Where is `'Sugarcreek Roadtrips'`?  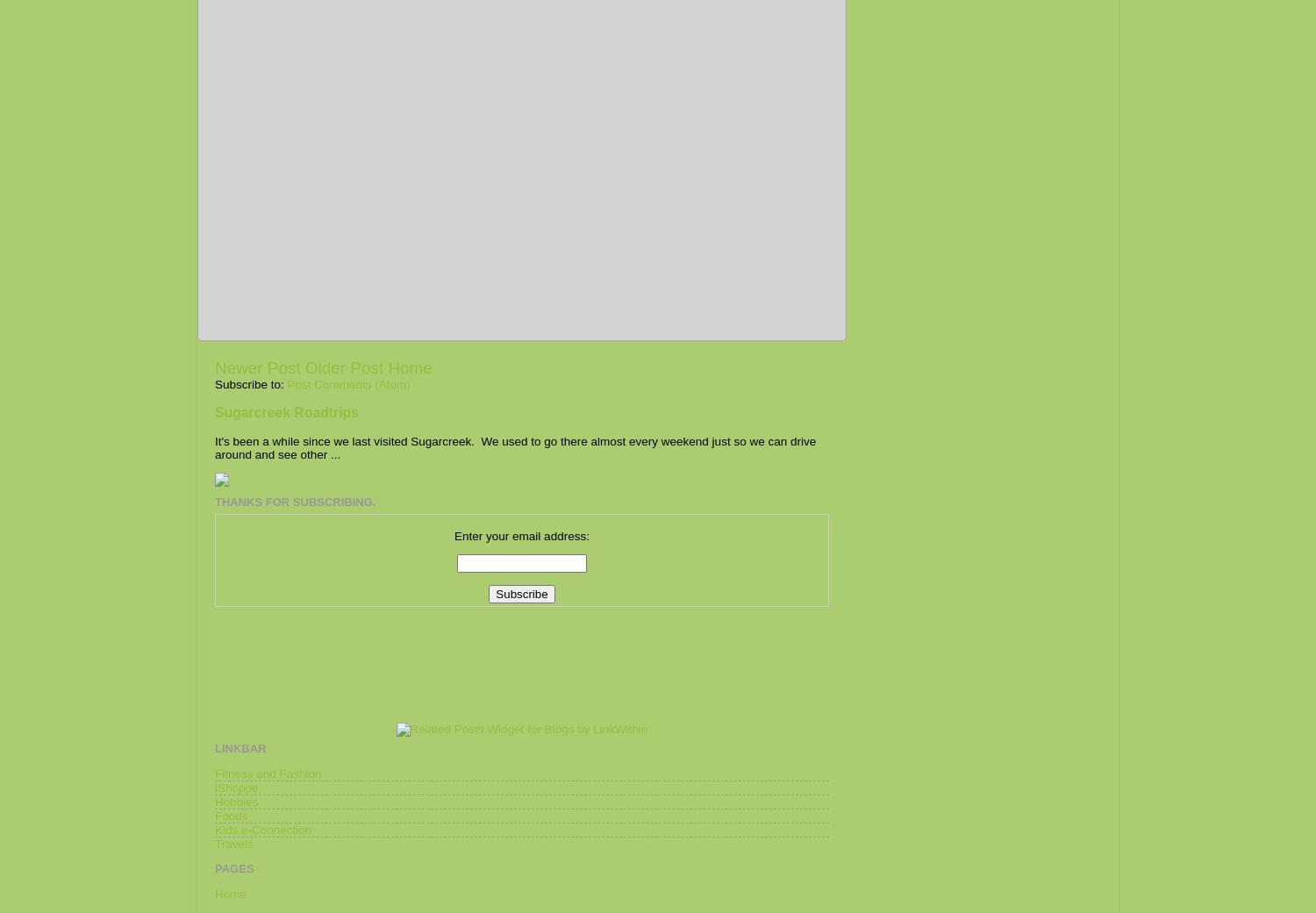
'Sugarcreek Roadtrips' is located at coordinates (286, 411).